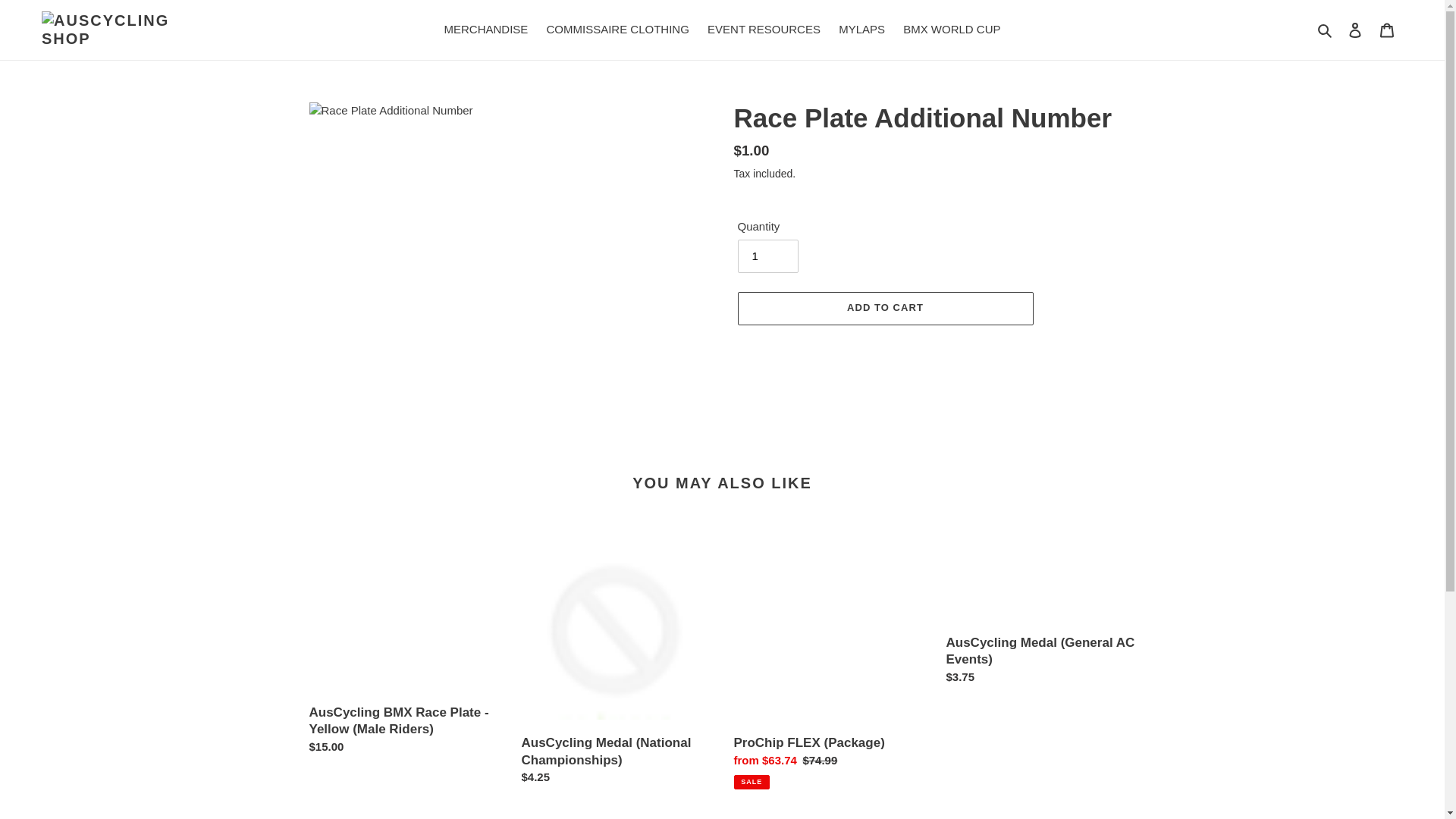 This screenshot has height=819, width=1456. What do you see at coordinates (1386, 30) in the screenshot?
I see `'Cart'` at bounding box center [1386, 30].